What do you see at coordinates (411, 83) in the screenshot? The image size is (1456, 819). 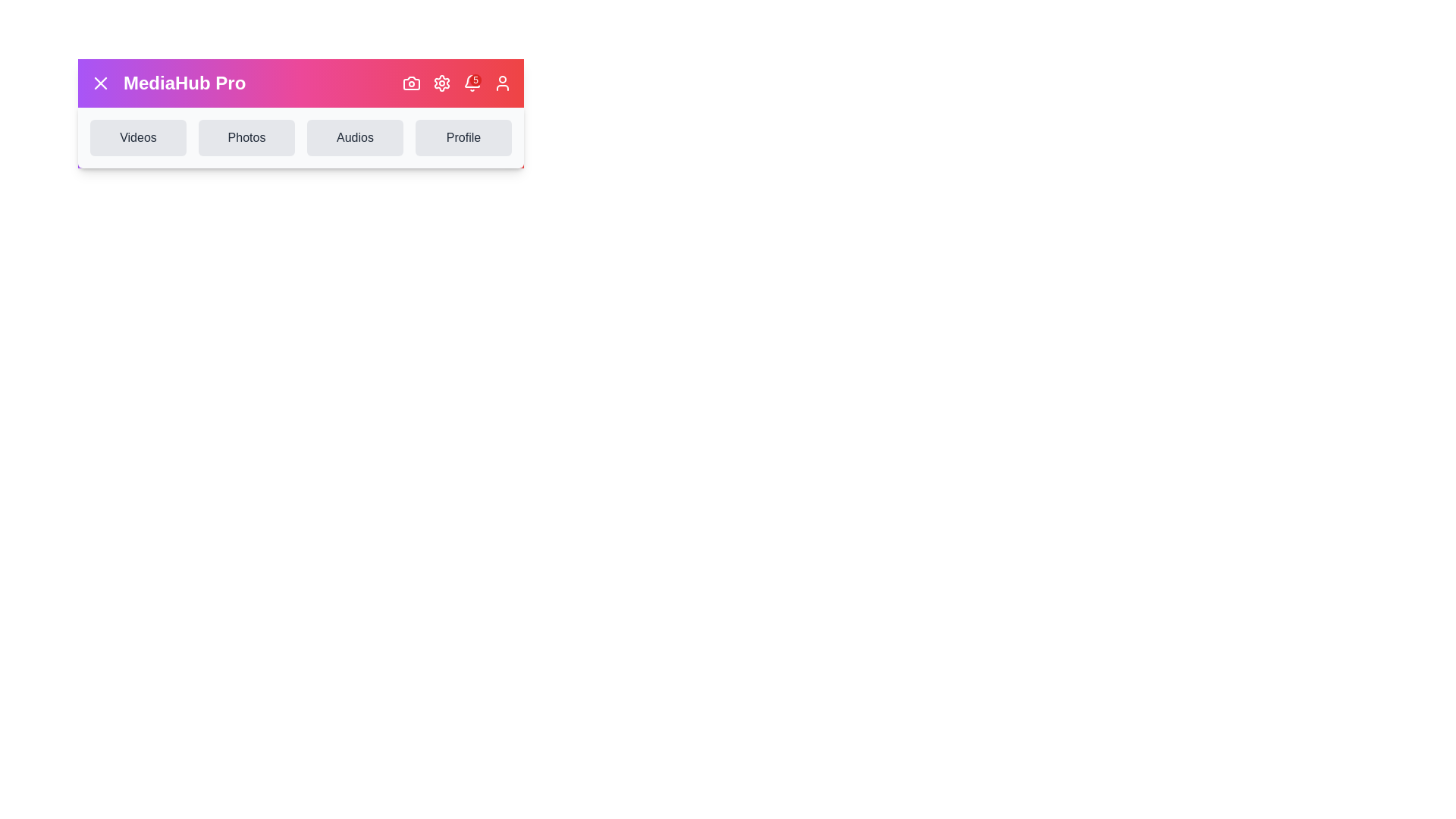 I see `the camera icon to initiate photo-related actions` at bounding box center [411, 83].